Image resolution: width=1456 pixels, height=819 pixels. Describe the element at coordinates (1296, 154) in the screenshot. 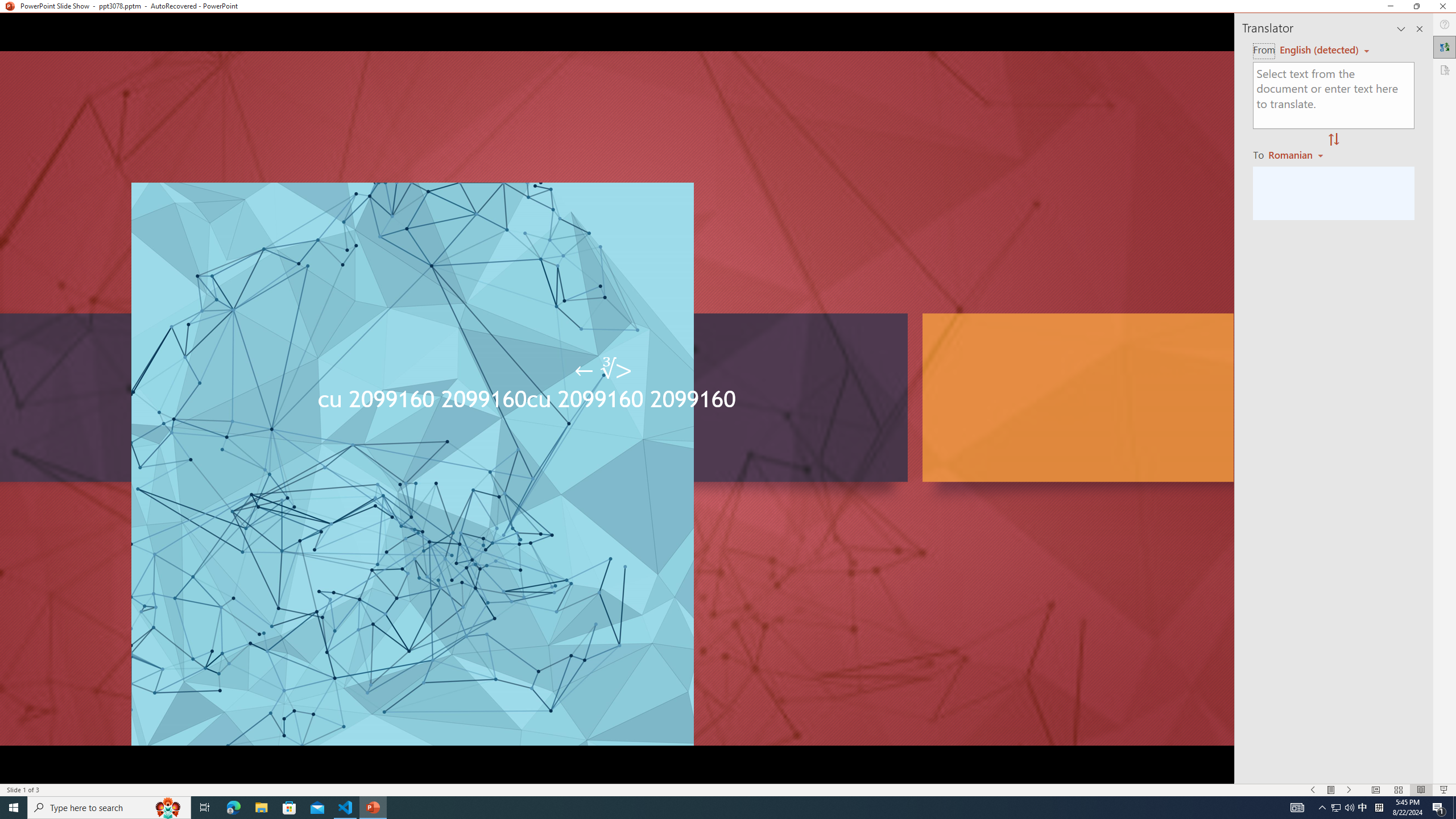

I see `'Romanian'` at that location.